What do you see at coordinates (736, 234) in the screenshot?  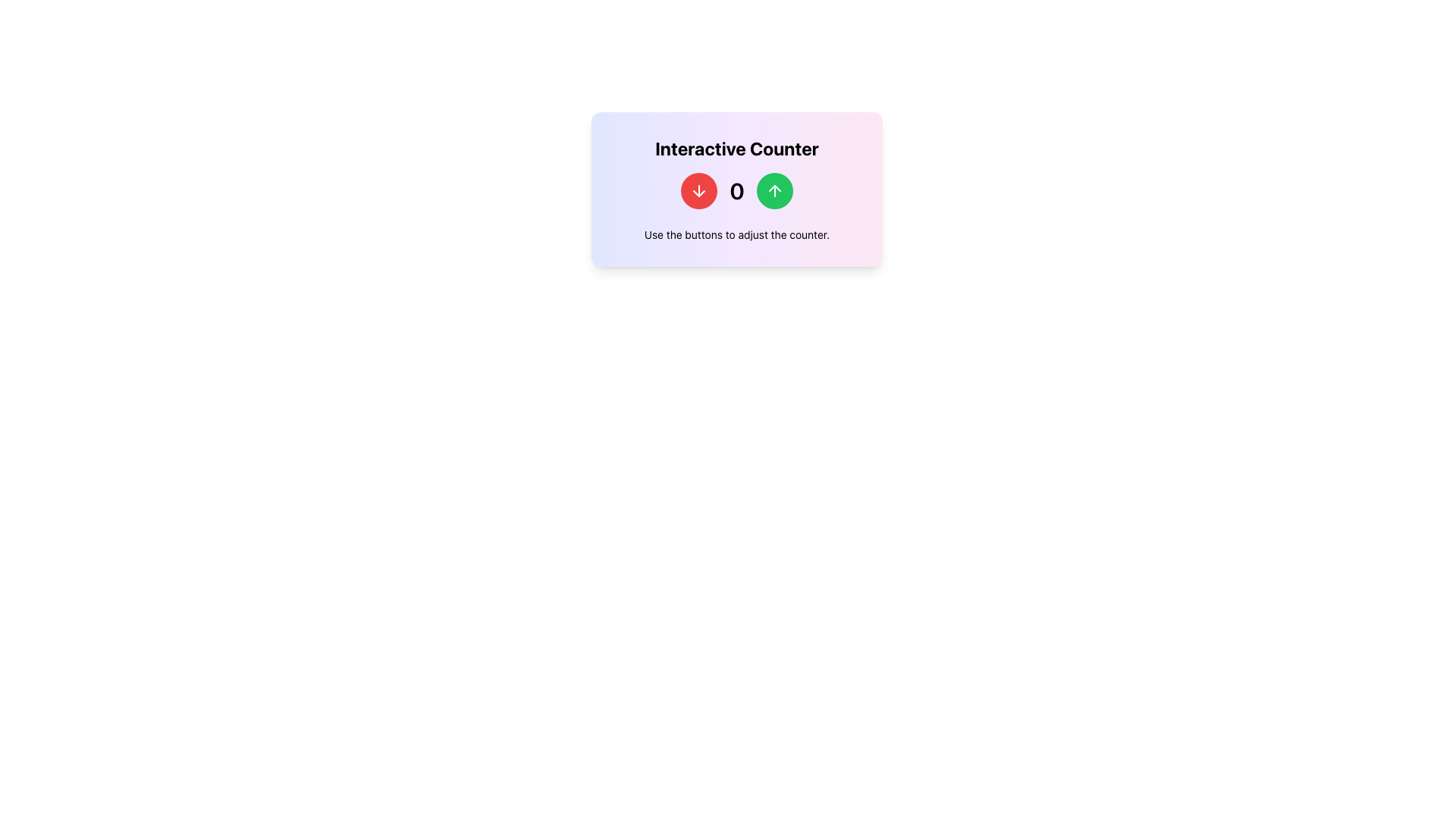 I see `the static text label that provides instructions to the user, located at the bottom edge of the card layout, following the interactive counter buttons` at bounding box center [736, 234].